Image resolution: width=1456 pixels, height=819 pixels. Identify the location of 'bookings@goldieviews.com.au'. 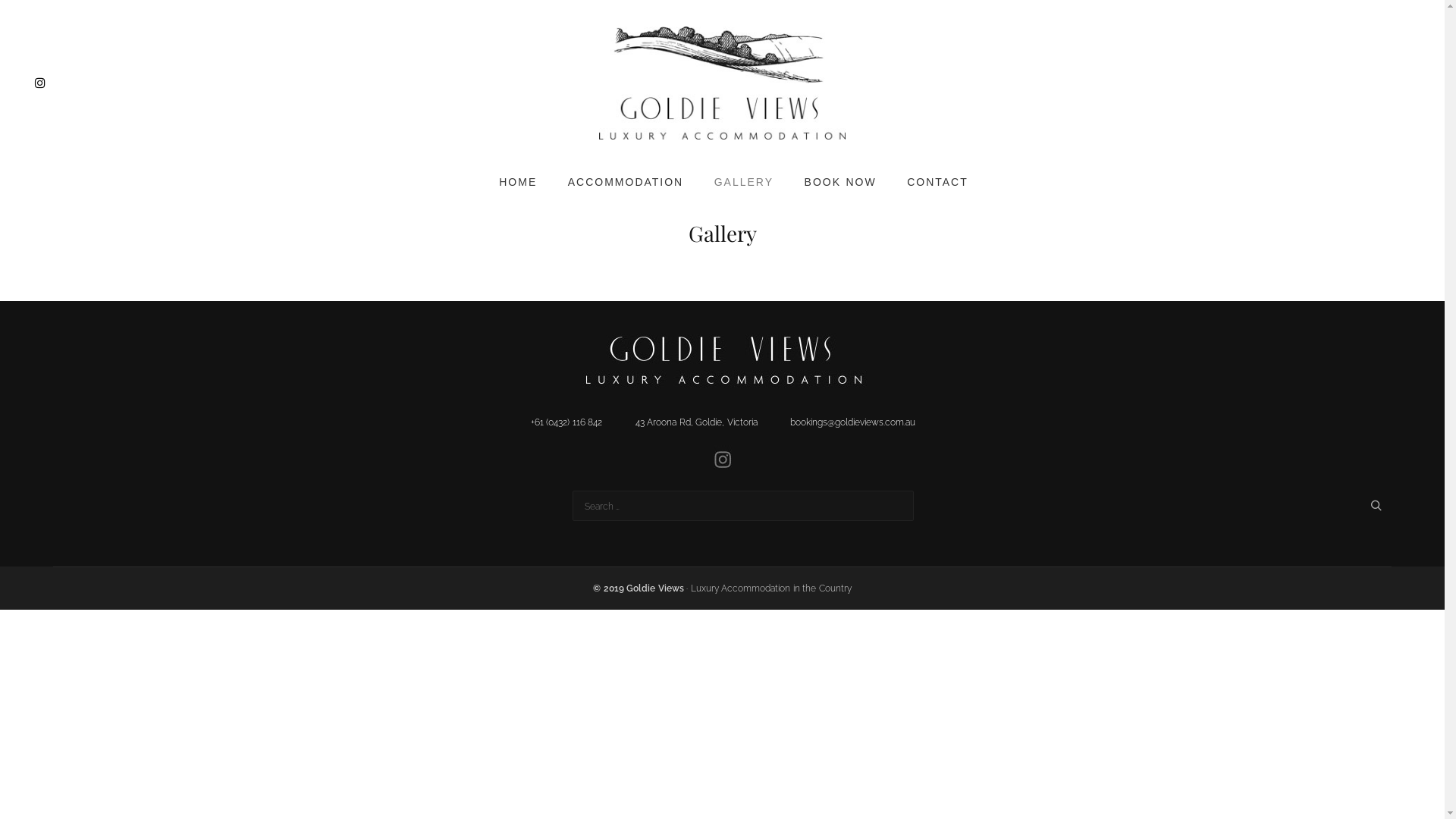
(852, 422).